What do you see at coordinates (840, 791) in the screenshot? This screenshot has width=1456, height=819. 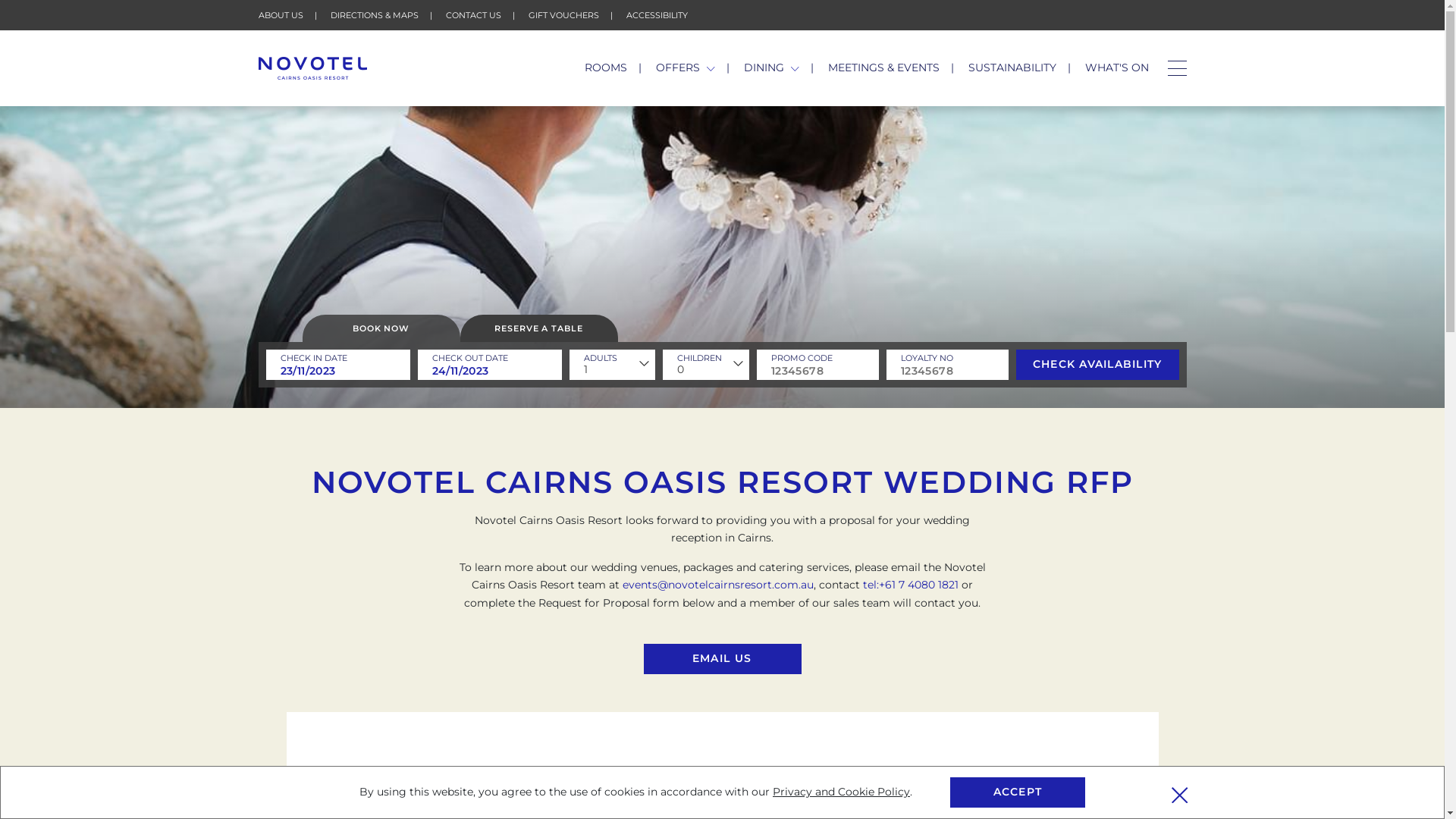 I see `'Privacy and Cookie Policy` at bounding box center [840, 791].